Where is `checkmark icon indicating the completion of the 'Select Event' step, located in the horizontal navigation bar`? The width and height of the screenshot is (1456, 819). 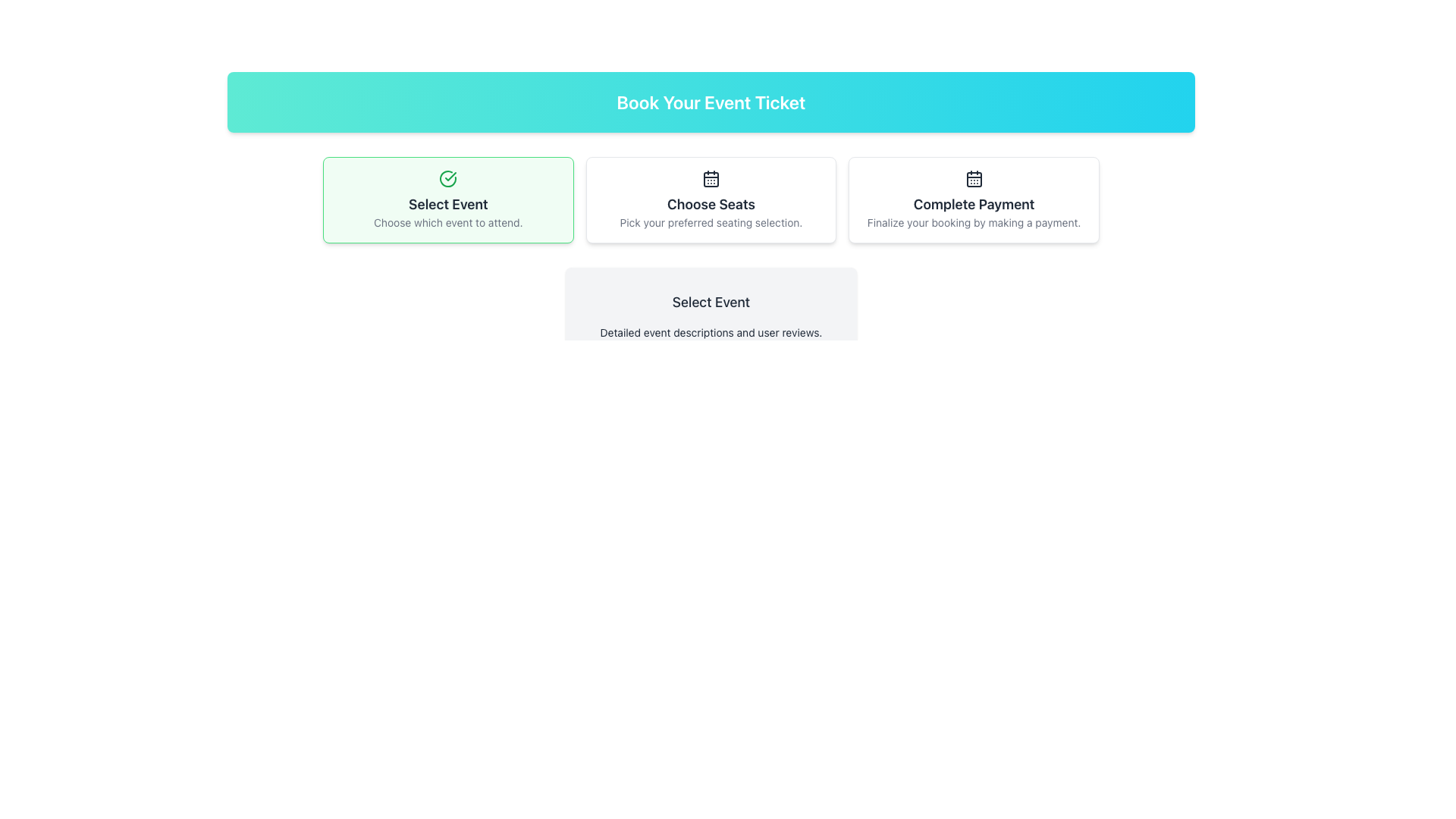 checkmark icon indicating the completion of the 'Select Event' step, located in the horizontal navigation bar is located at coordinates (450, 175).